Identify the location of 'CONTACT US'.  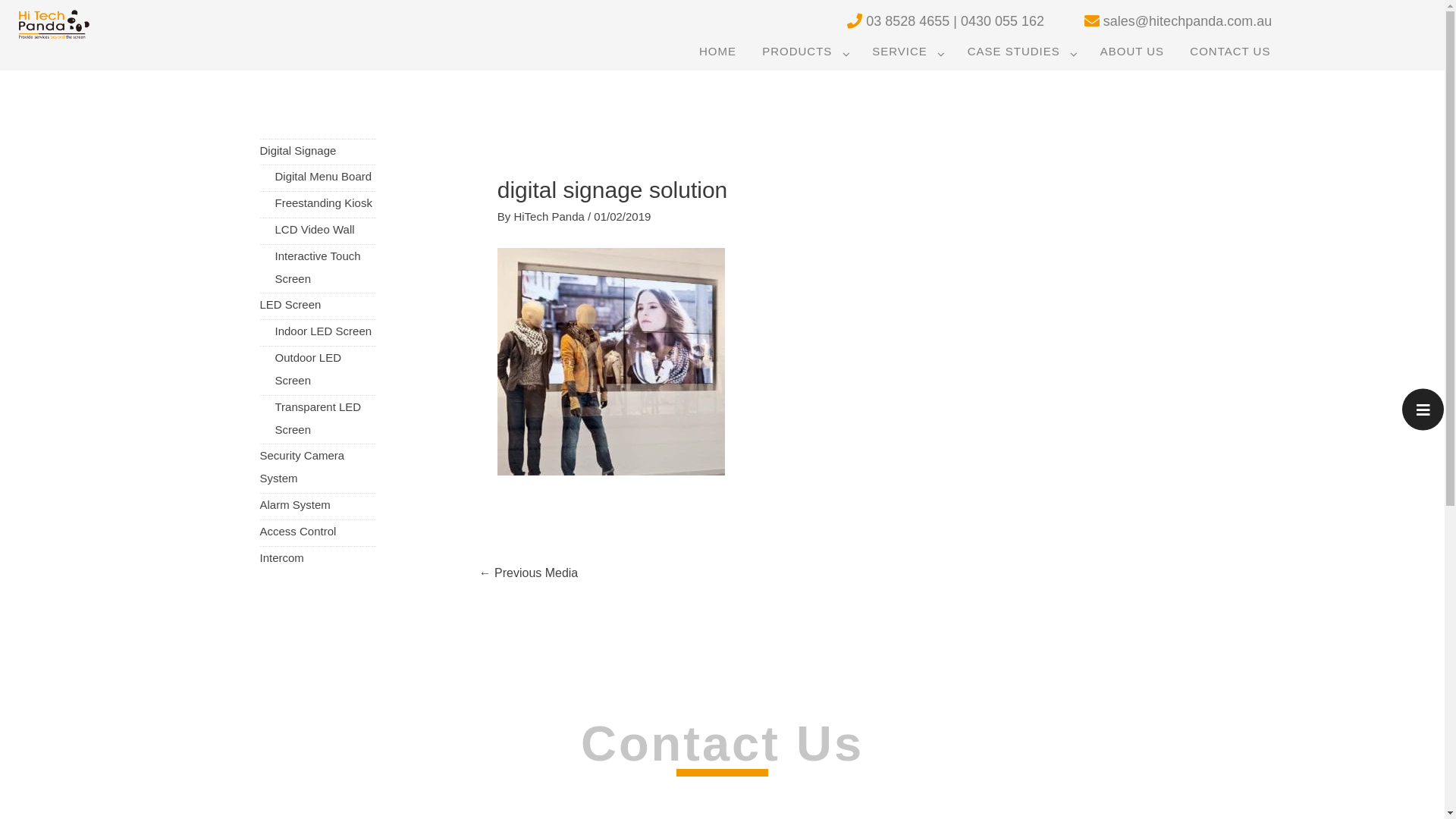
(1230, 51).